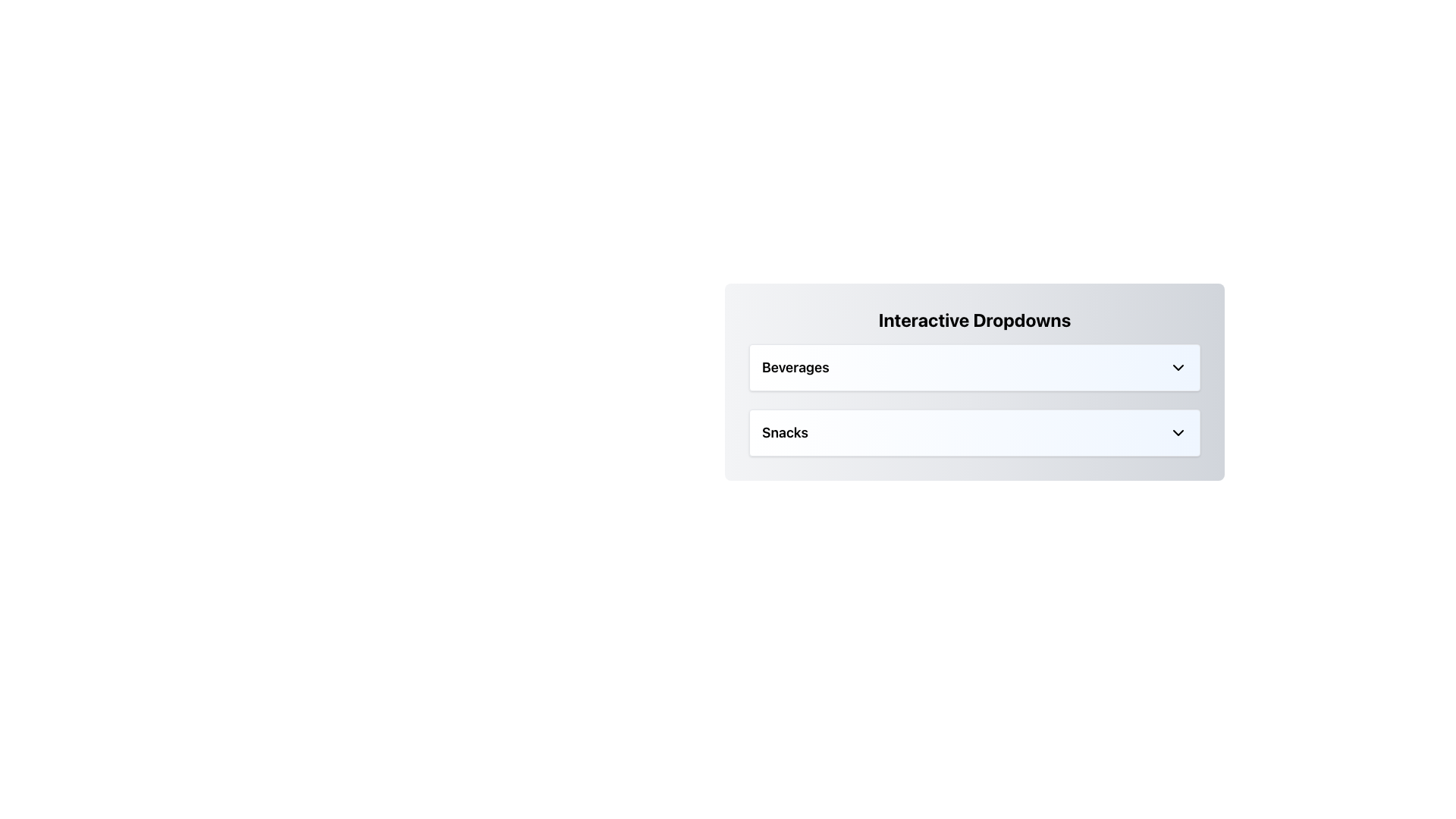 The height and width of the screenshot is (819, 1456). I want to click on the Dropdown Toggle labeled 'Beverages', so click(974, 368).